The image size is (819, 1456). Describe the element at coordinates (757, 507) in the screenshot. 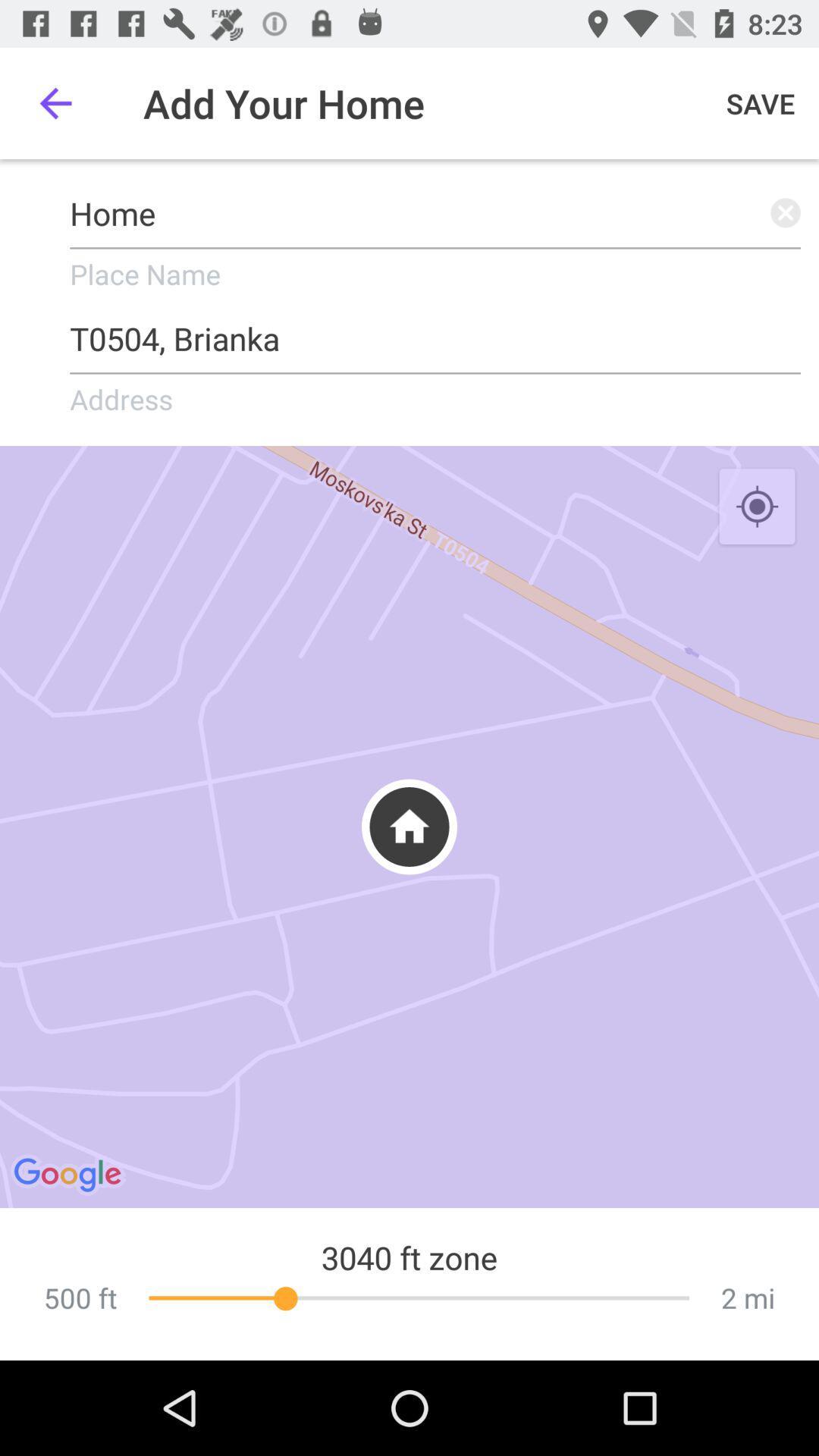

I see `item below t0504, brianka item` at that location.